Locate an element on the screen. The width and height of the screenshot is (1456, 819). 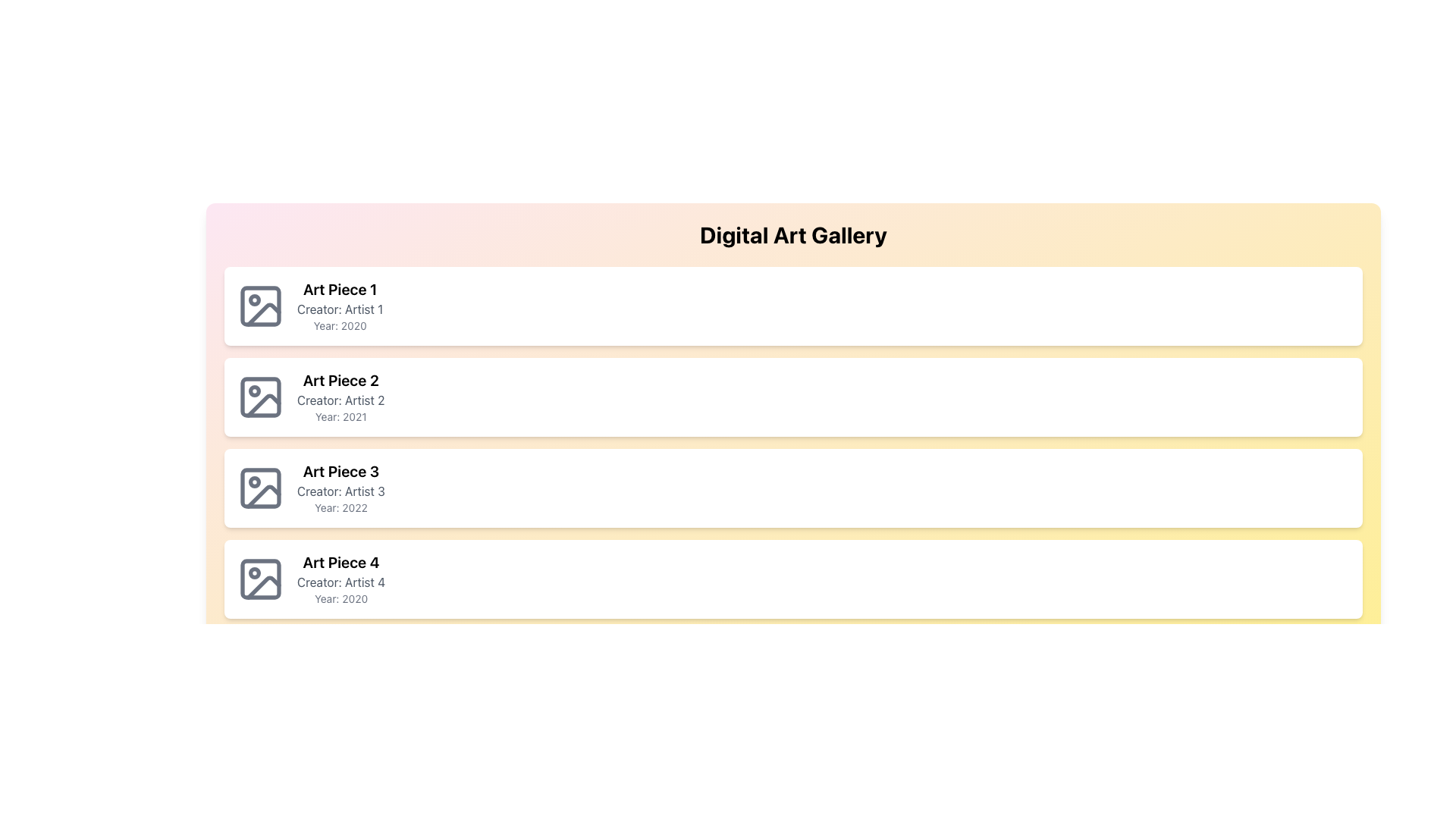
the text label element displaying 'Creator: Artist 1', which is styled in grey and located beneath 'Art Piece 1' and above 'Year: 2020' is located at coordinates (339, 309).